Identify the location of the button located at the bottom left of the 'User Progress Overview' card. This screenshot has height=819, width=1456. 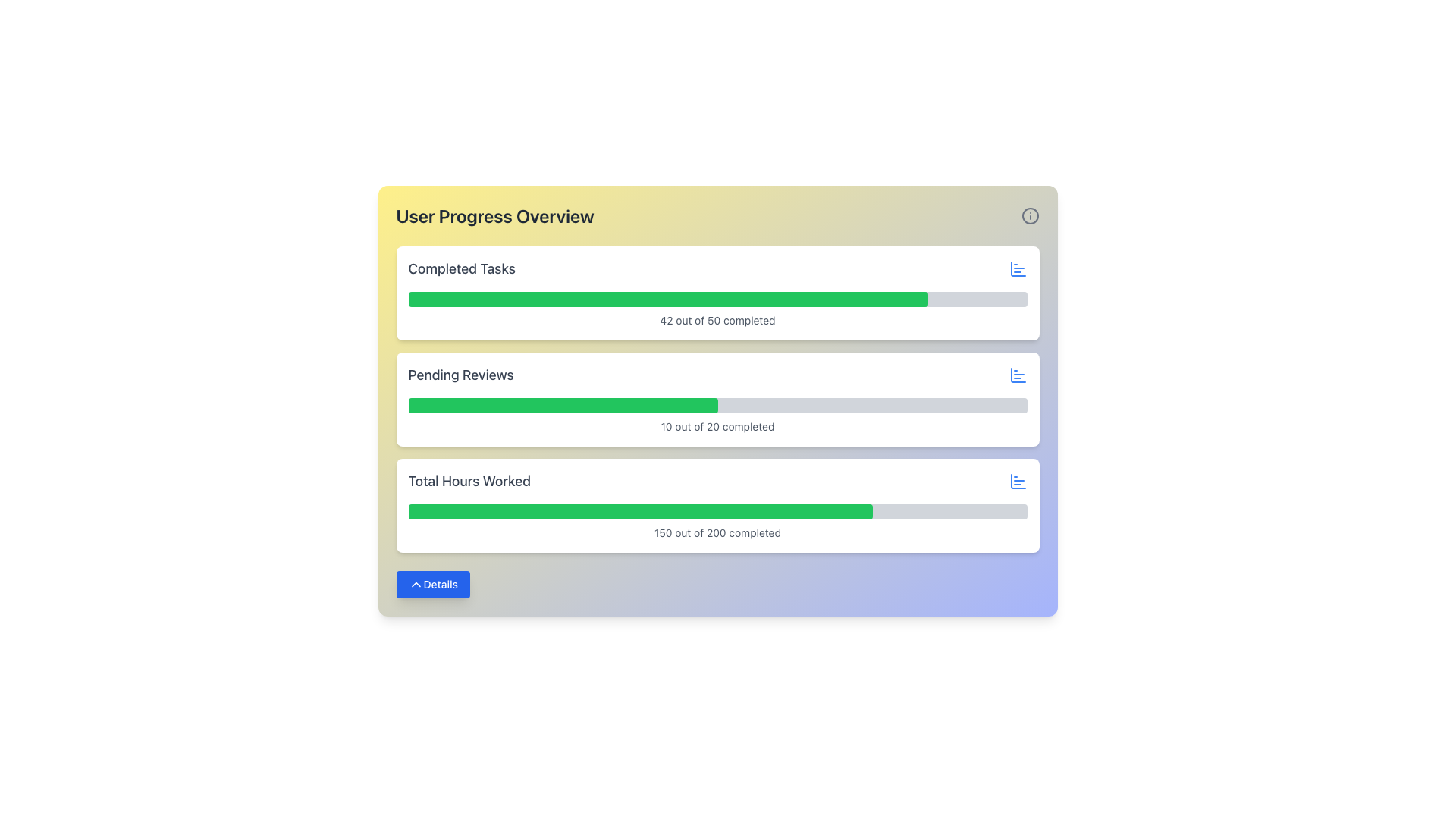
(432, 584).